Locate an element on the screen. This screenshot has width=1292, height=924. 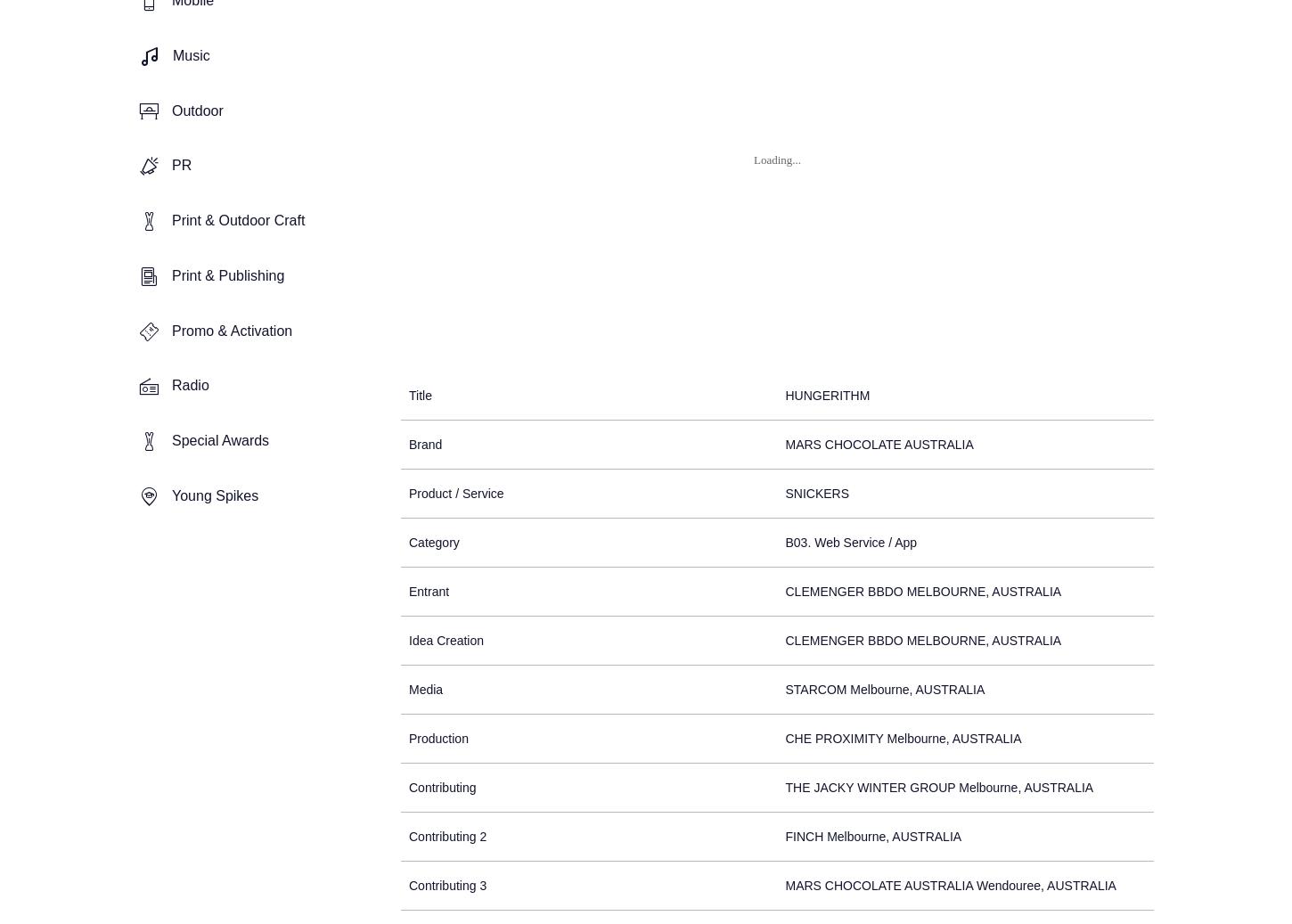
'Special Awards' is located at coordinates (220, 439).